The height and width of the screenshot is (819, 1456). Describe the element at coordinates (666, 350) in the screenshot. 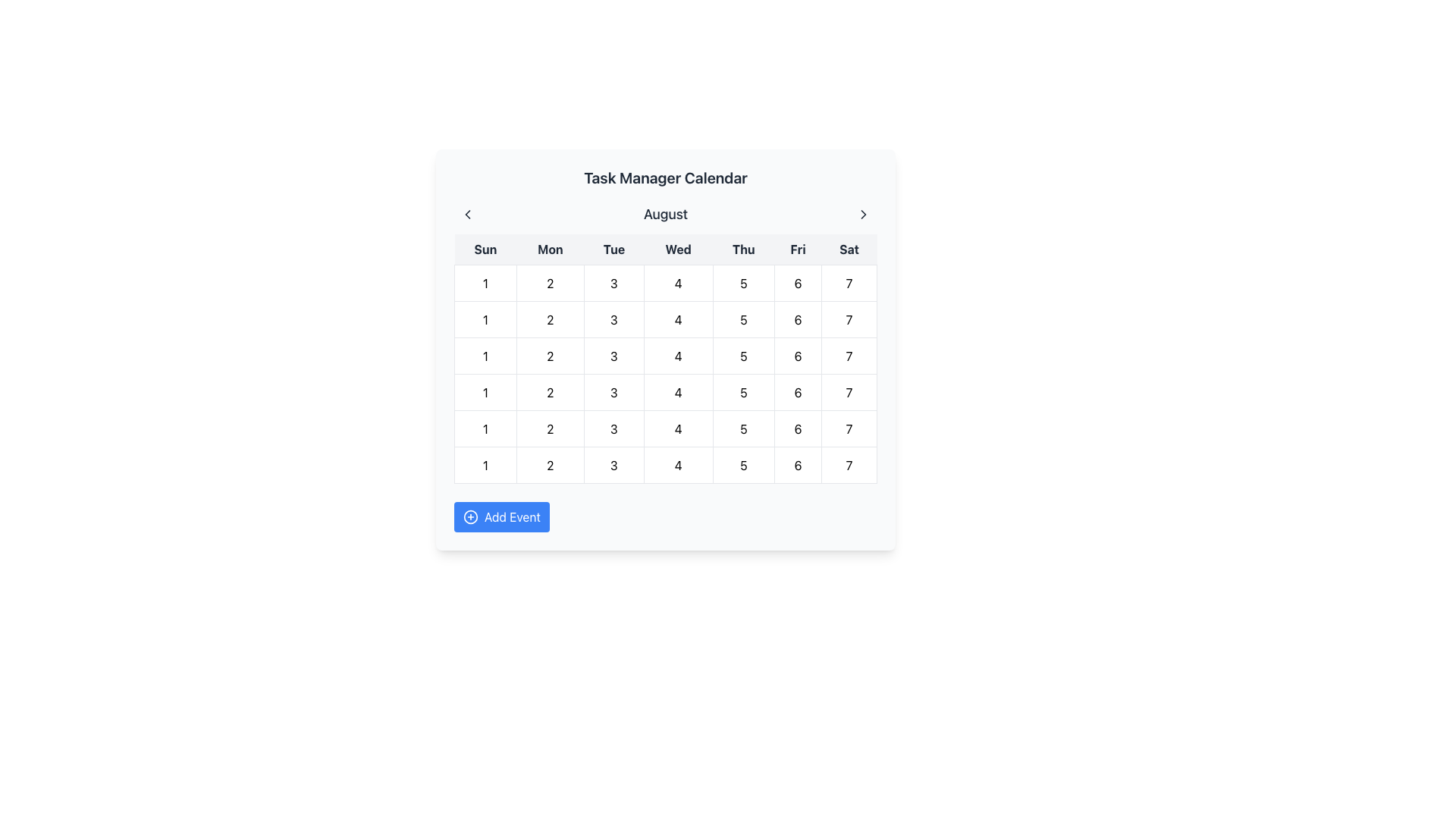

I see `a date in the 'Task Manager Calendar'` at that location.